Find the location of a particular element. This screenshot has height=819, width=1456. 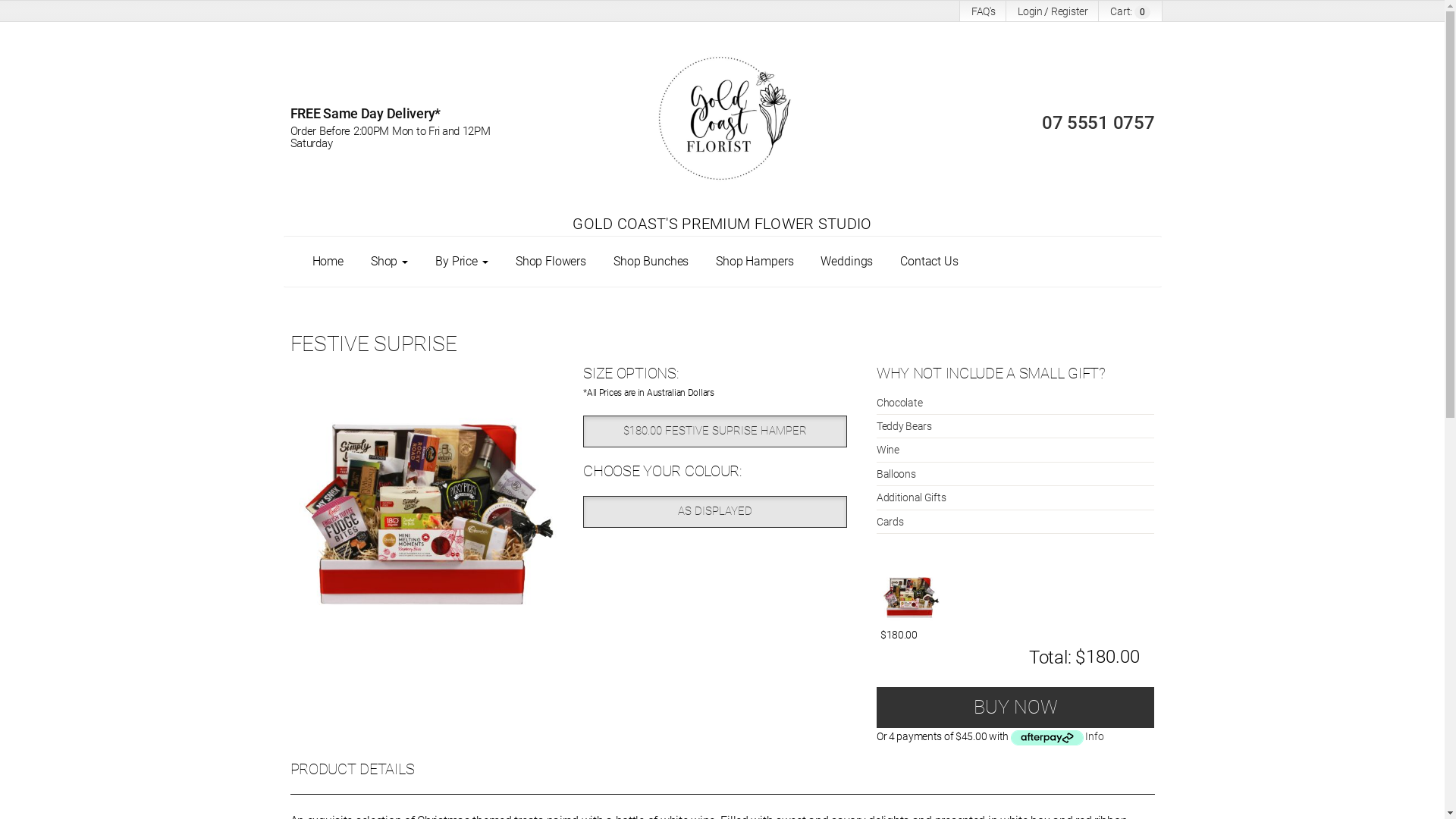

'Cart: 0' is located at coordinates (1129, 11).